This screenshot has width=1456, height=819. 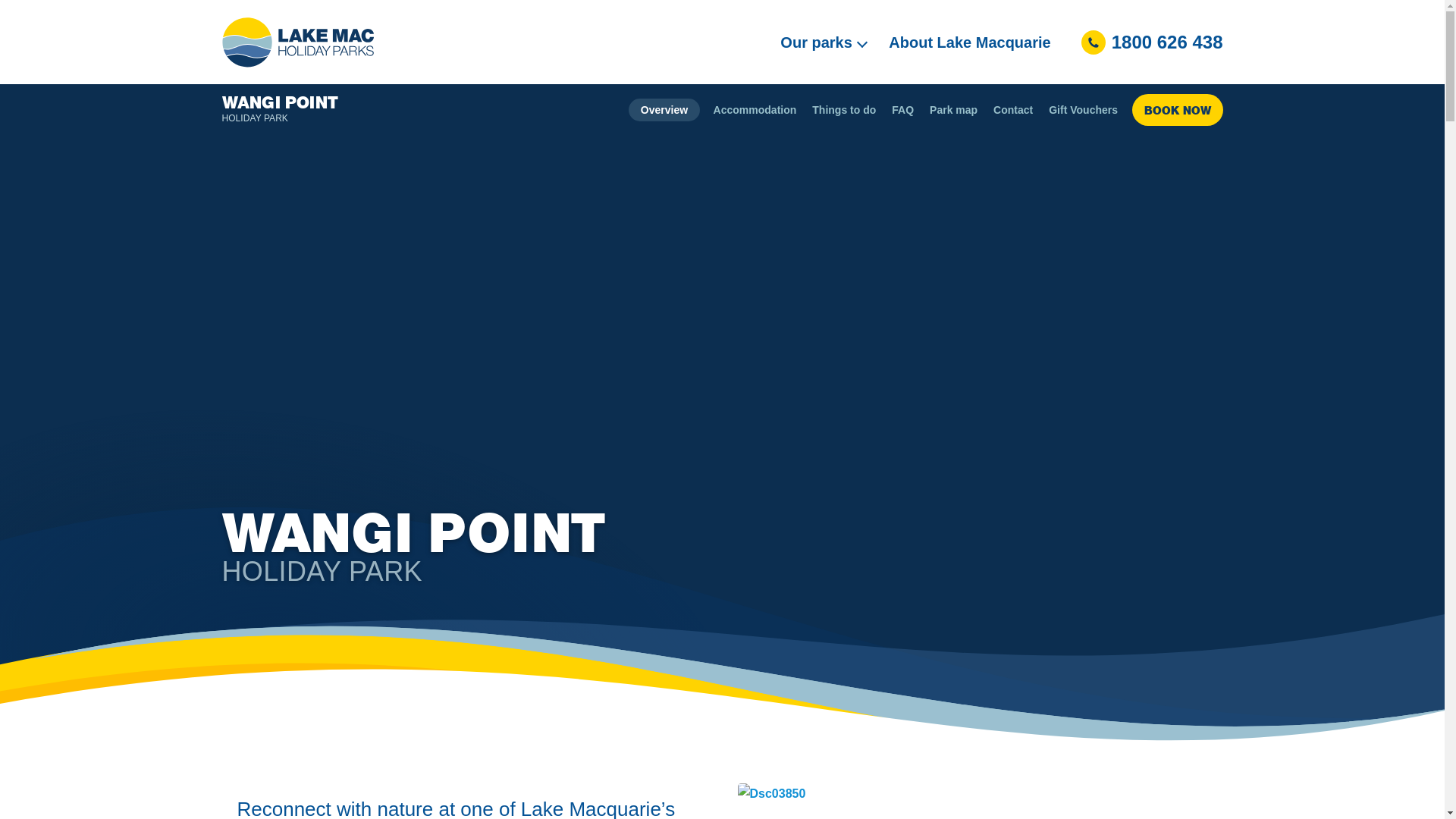 What do you see at coordinates (1152, 40) in the screenshot?
I see `'1800 626 438'` at bounding box center [1152, 40].